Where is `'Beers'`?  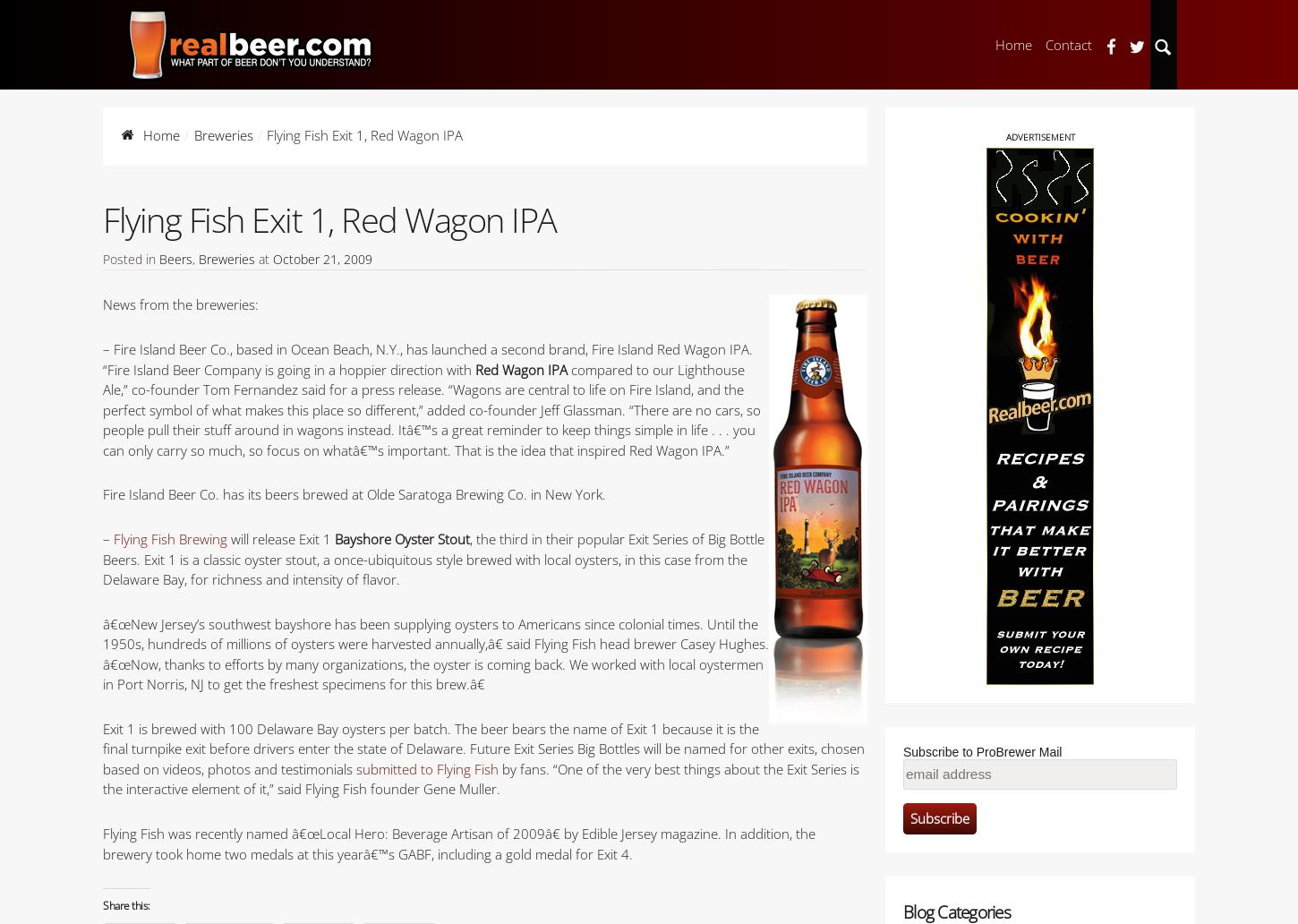 'Beers' is located at coordinates (175, 258).